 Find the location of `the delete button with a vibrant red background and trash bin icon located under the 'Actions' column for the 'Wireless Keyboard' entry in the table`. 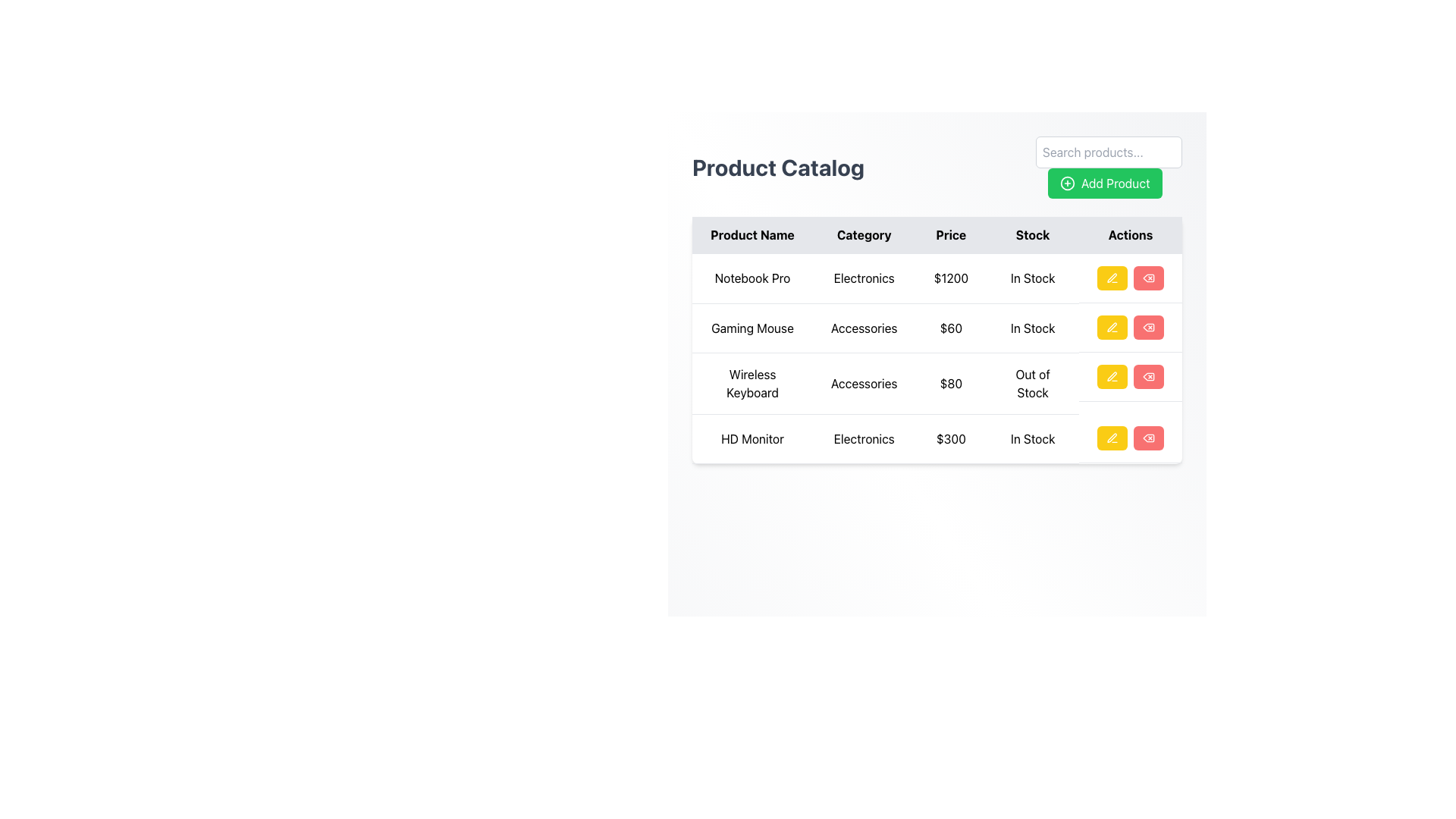

the delete button with a vibrant red background and trash bin icon located under the 'Actions' column for the 'Wireless Keyboard' entry in the table is located at coordinates (1149, 376).